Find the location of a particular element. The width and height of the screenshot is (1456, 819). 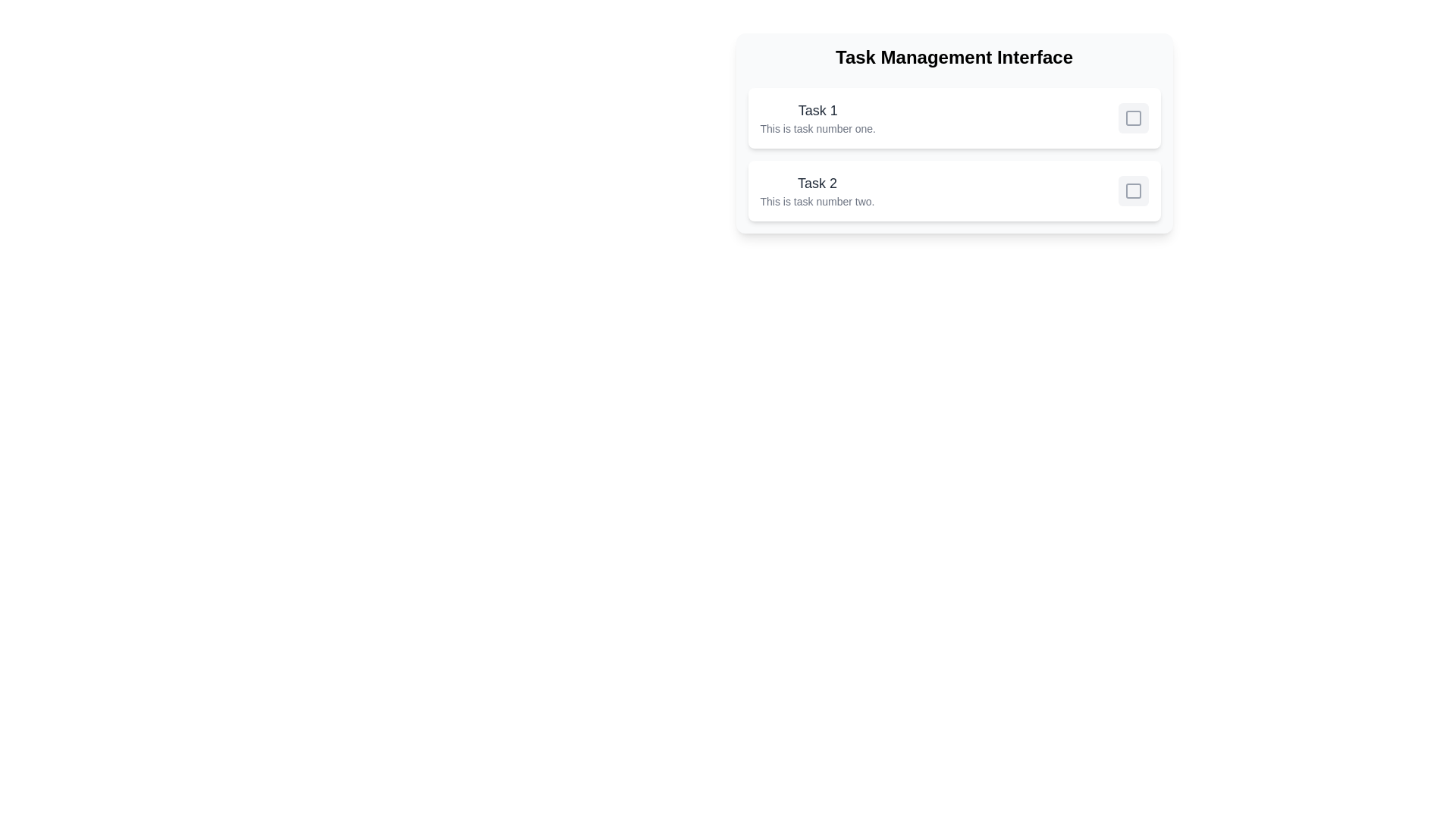

the Text Label that serves as a title or header for the interface, providing contextual information about the displayed content is located at coordinates (953, 57).